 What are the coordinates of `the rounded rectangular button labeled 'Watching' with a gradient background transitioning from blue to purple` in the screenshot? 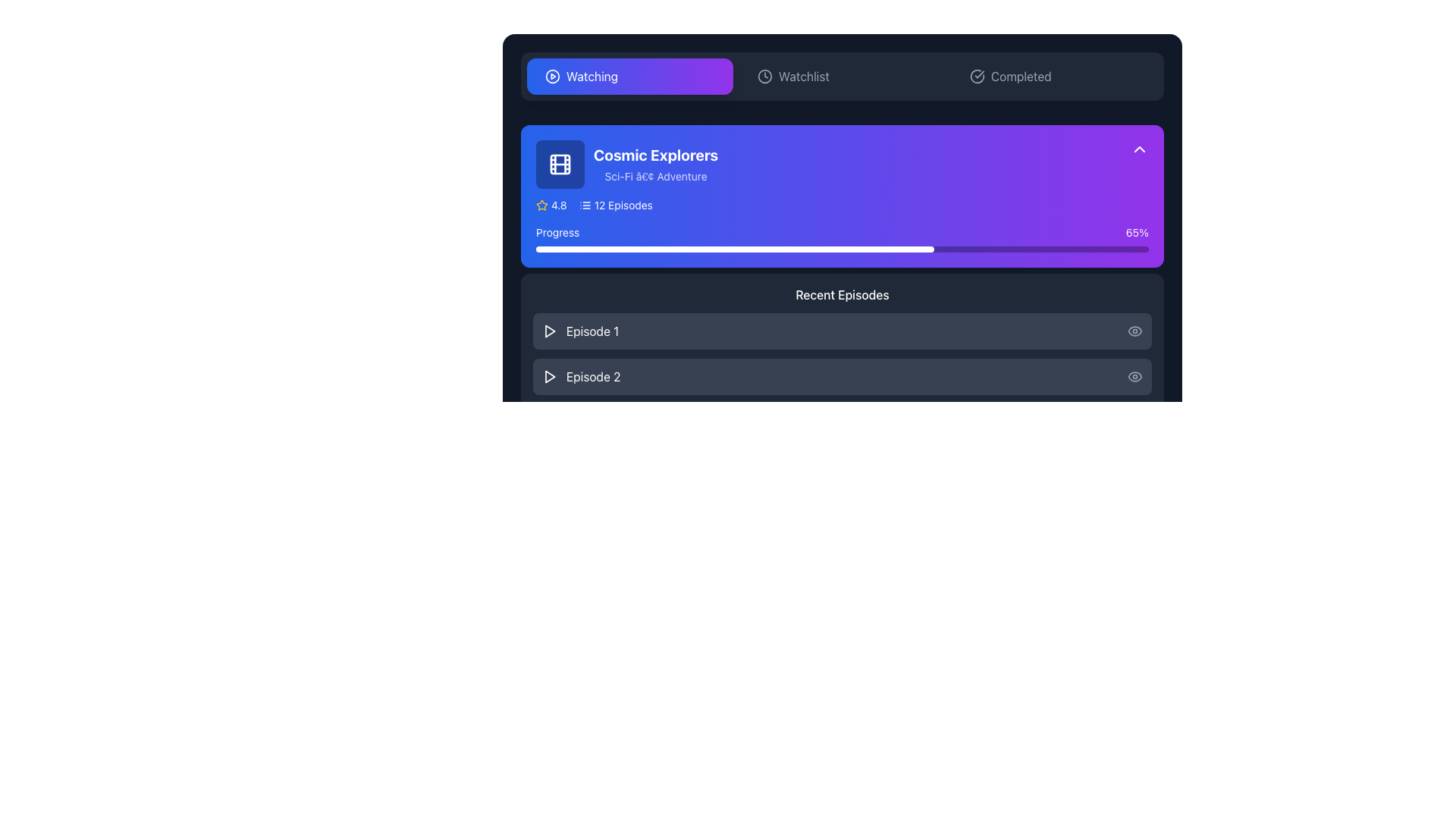 It's located at (629, 76).